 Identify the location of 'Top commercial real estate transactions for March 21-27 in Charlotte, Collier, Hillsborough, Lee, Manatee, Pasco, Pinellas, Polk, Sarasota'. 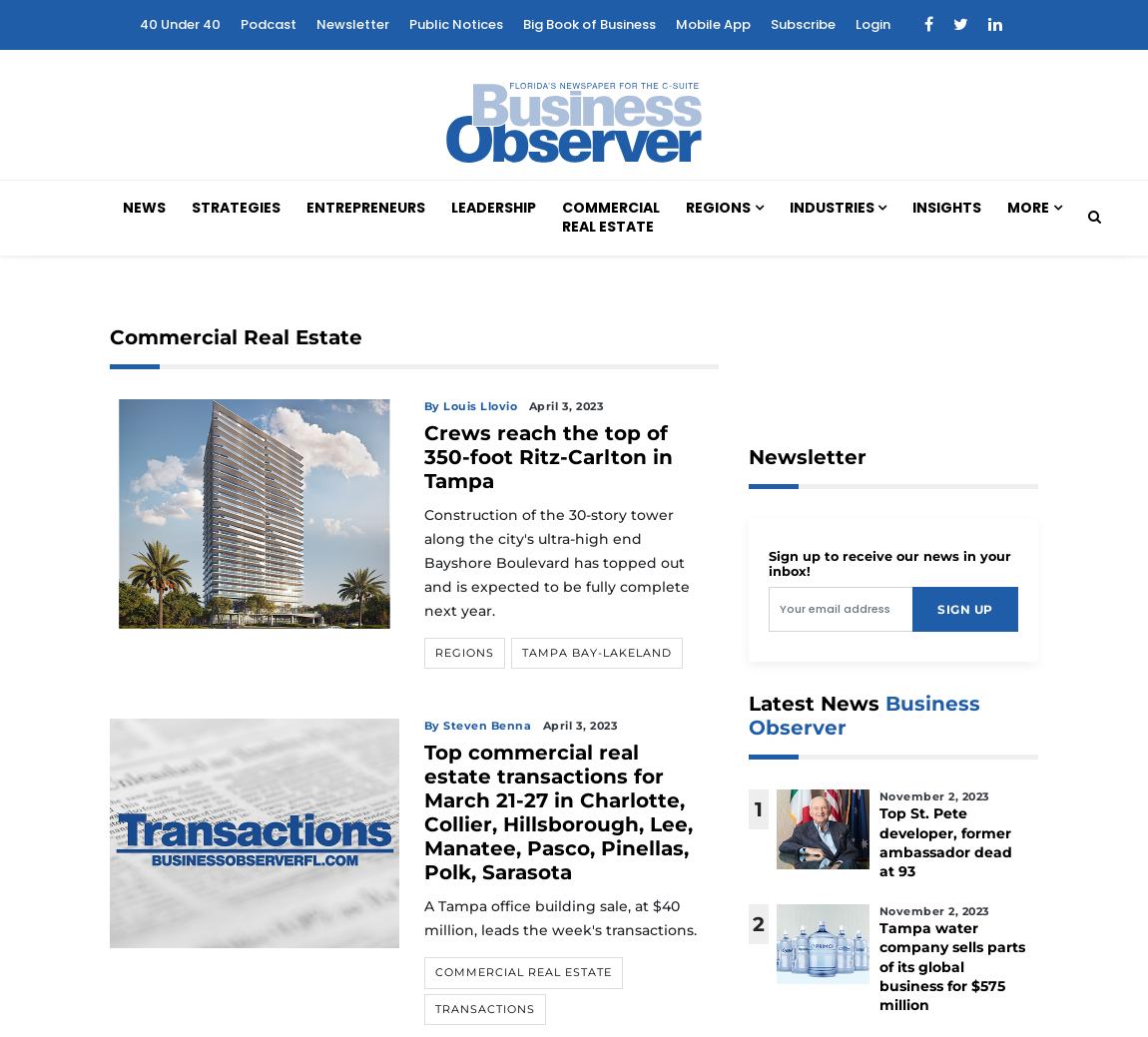
(557, 810).